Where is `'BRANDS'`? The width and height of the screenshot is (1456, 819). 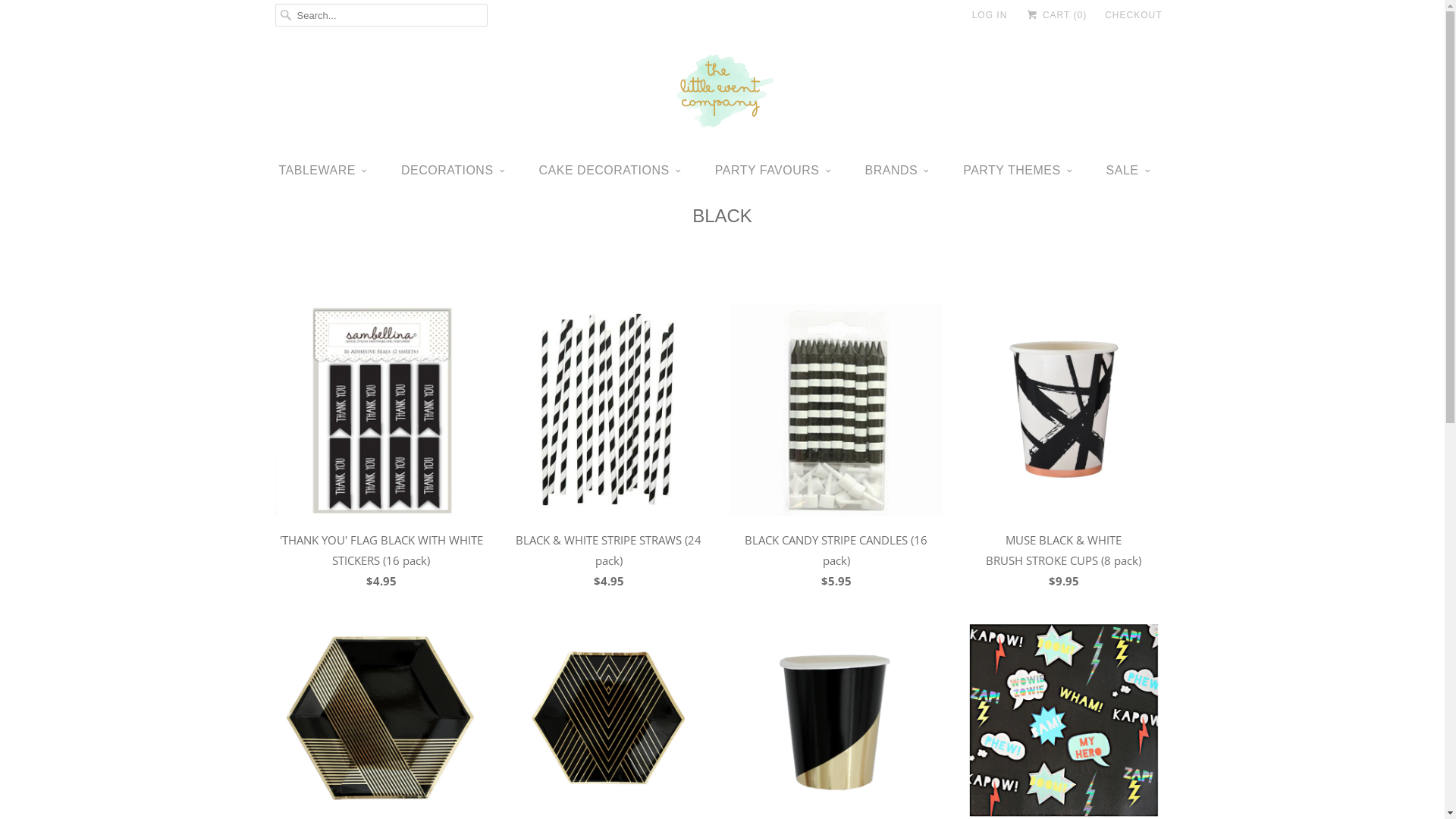
'BRANDS' is located at coordinates (896, 171).